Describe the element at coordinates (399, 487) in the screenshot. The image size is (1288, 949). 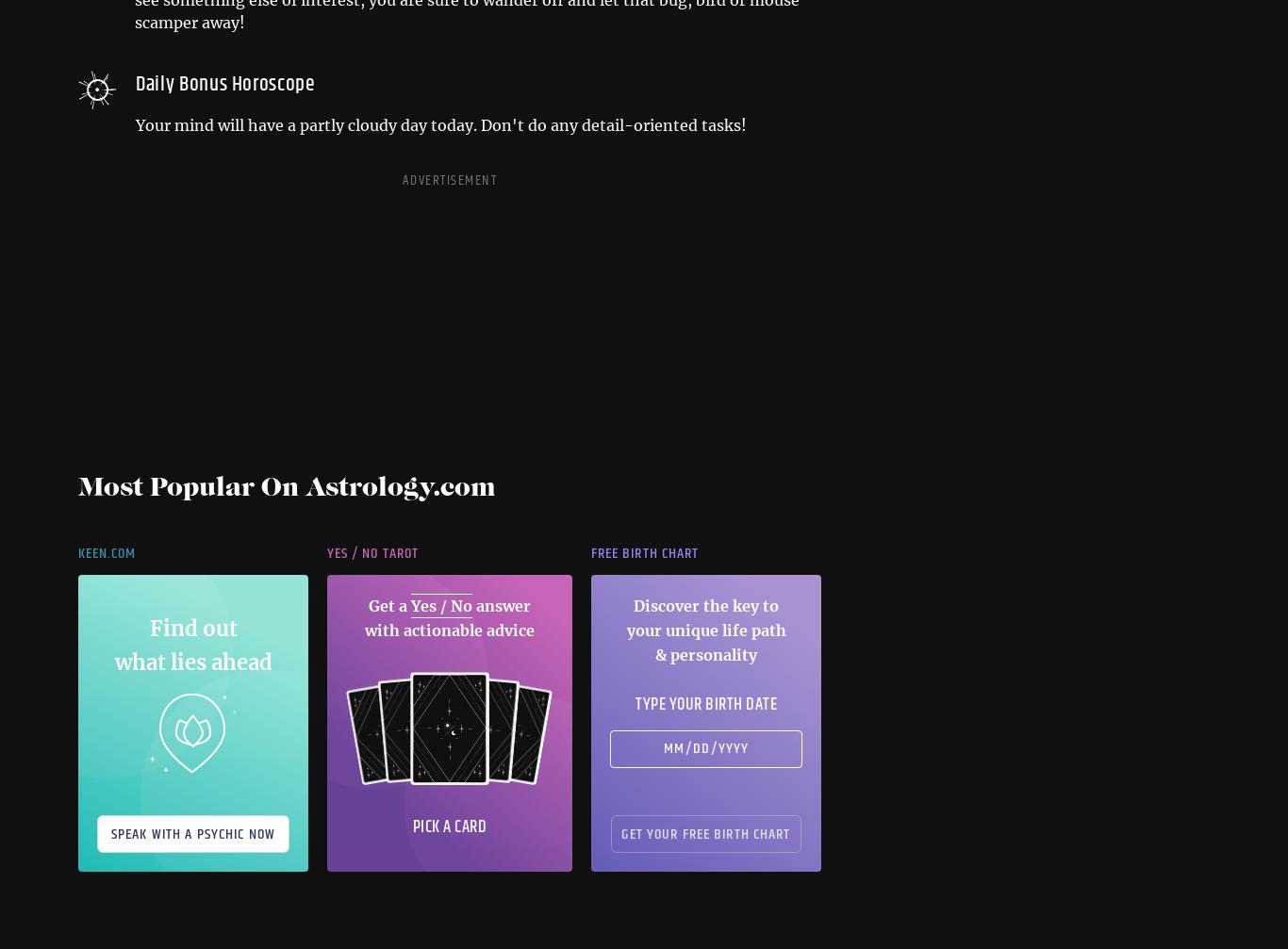
I see `'Astrology.com'` at that location.